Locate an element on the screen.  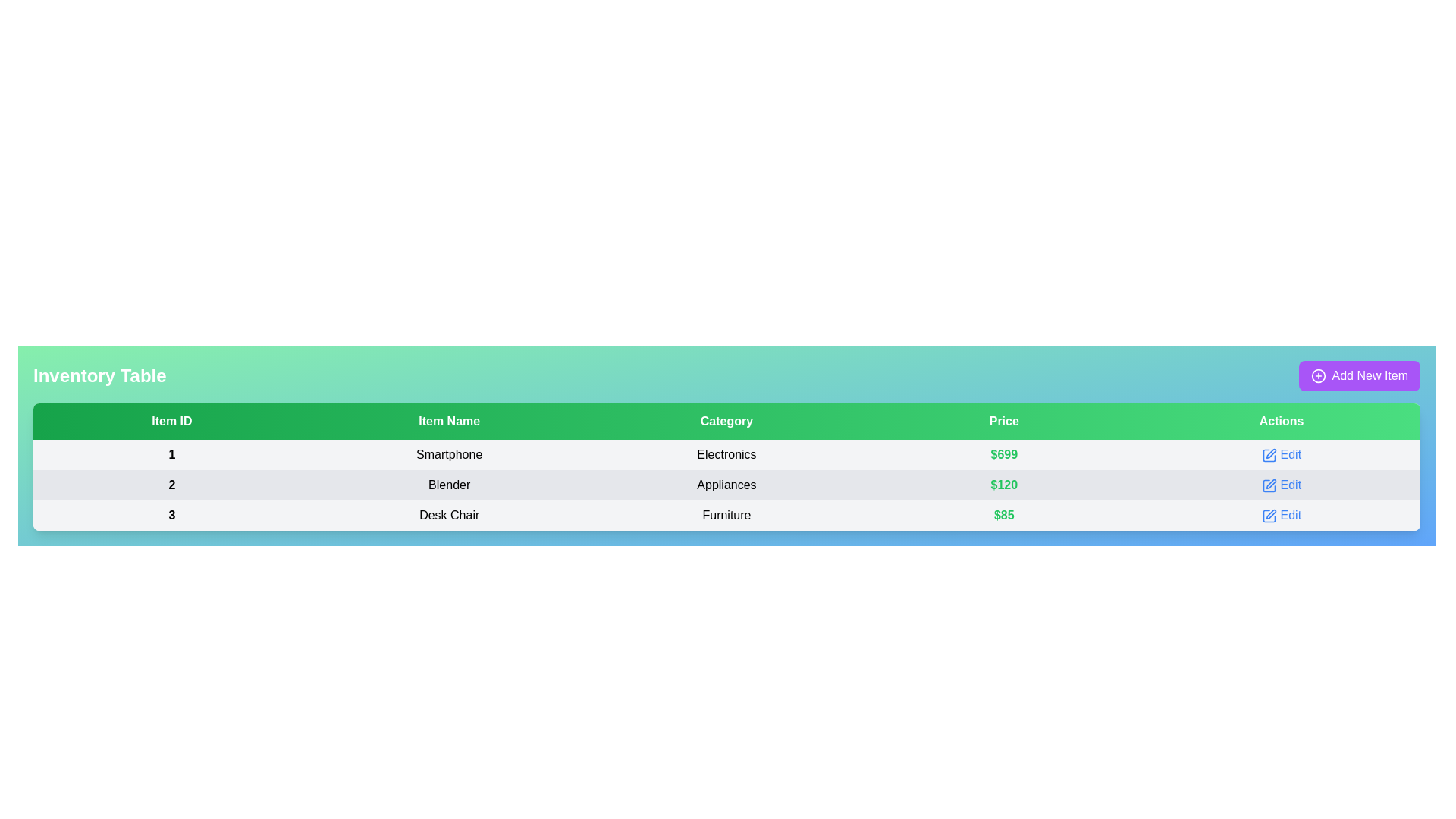
the third row in the 'Inventory Table' that displays details about the 'Desk Chair' is located at coordinates (726, 514).